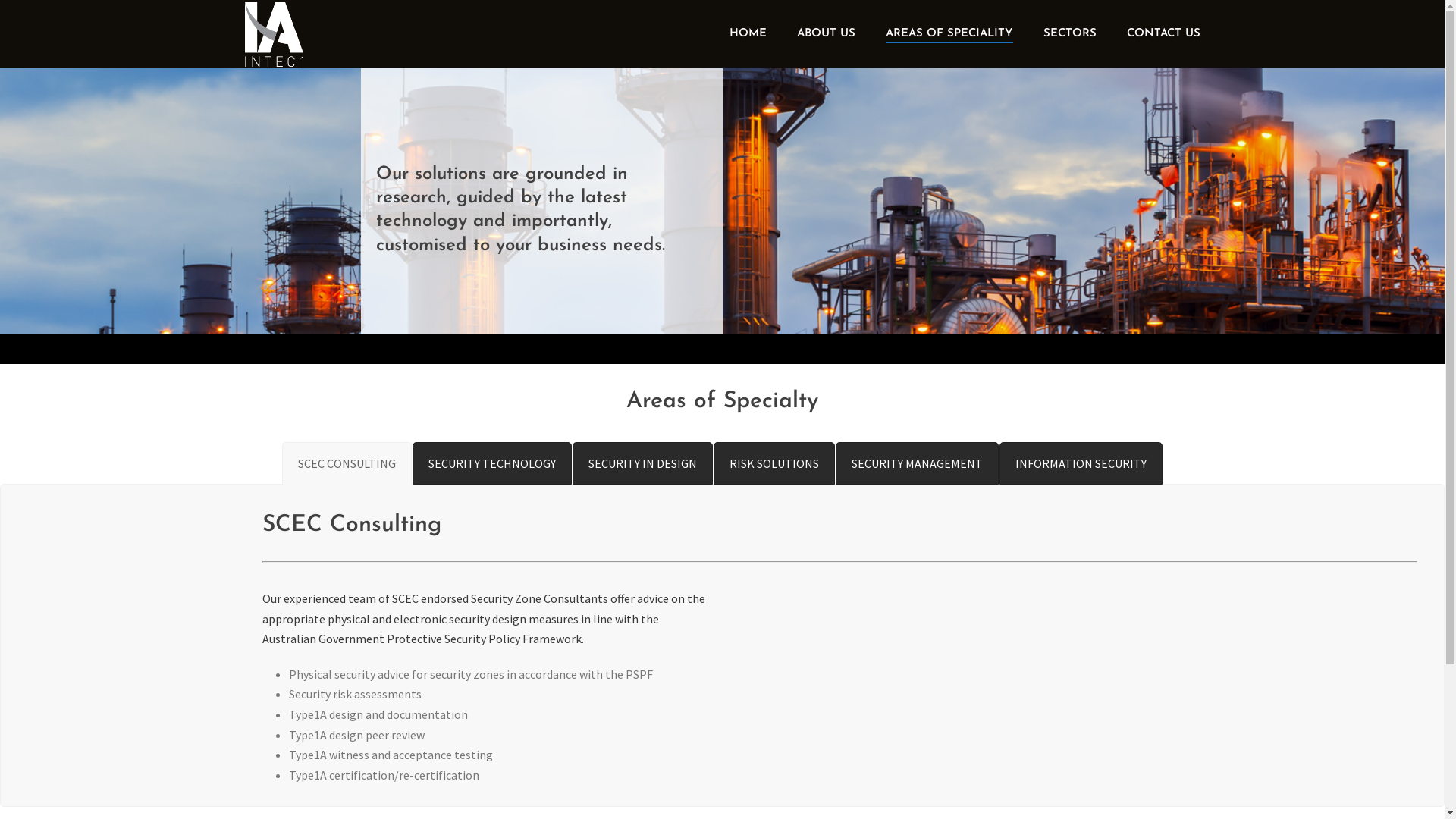 Image resolution: width=1456 pixels, height=819 pixels. What do you see at coordinates (870, 34) in the screenshot?
I see `'AREAS OF SPECIALITY'` at bounding box center [870, 34].